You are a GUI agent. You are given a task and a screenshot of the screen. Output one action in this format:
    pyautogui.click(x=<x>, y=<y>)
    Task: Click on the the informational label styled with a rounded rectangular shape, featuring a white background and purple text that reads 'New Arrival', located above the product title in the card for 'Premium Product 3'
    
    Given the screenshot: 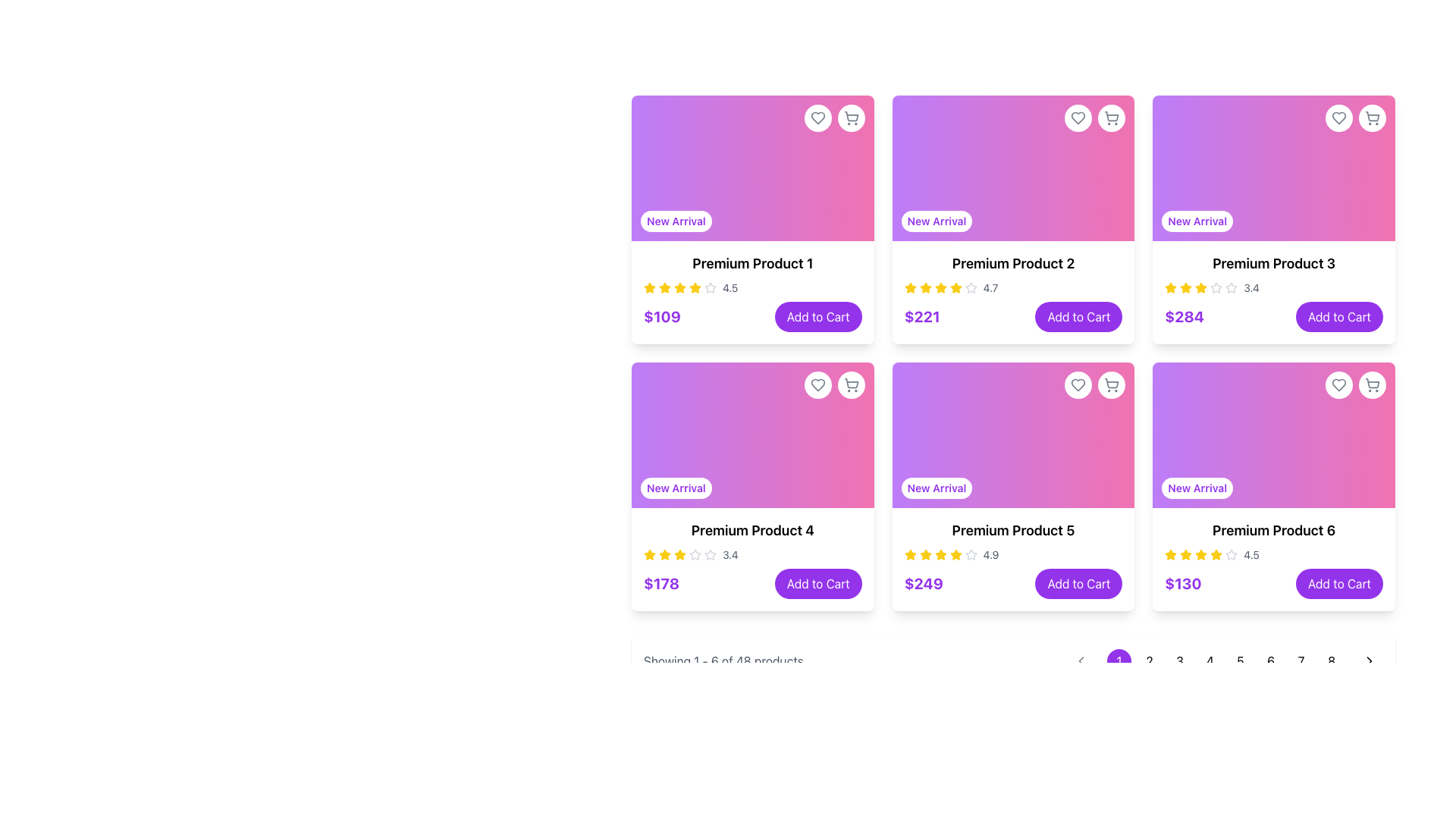 What is the action you would take?
    pyautogui.click(x=1197, y=221)
    